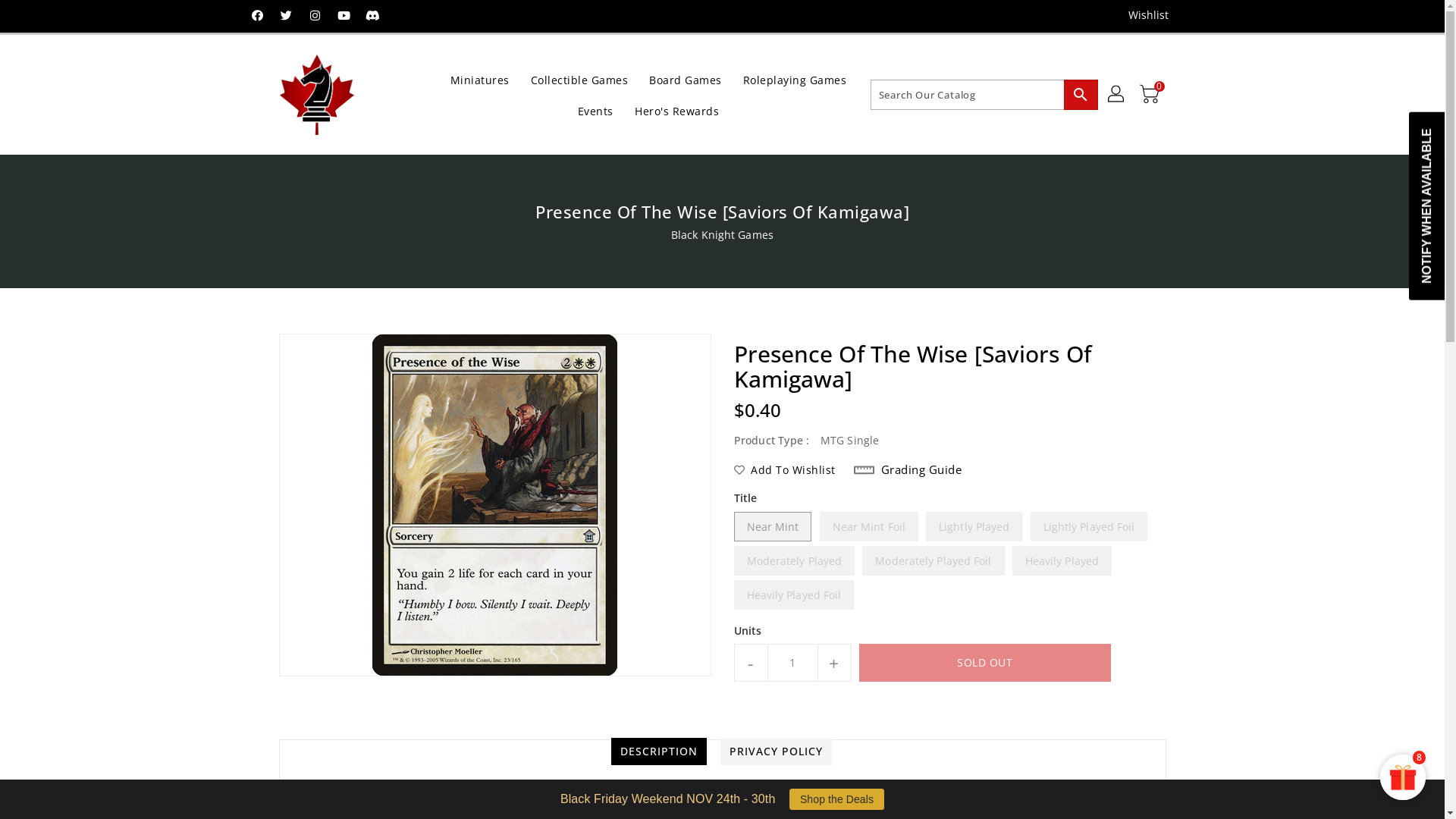 This screenshot has width=1456, height=819. What do you see at coordinates (785, 469) in the screenshot?
I see `'Add To Wishlist'` at bounding box center [785, 469].